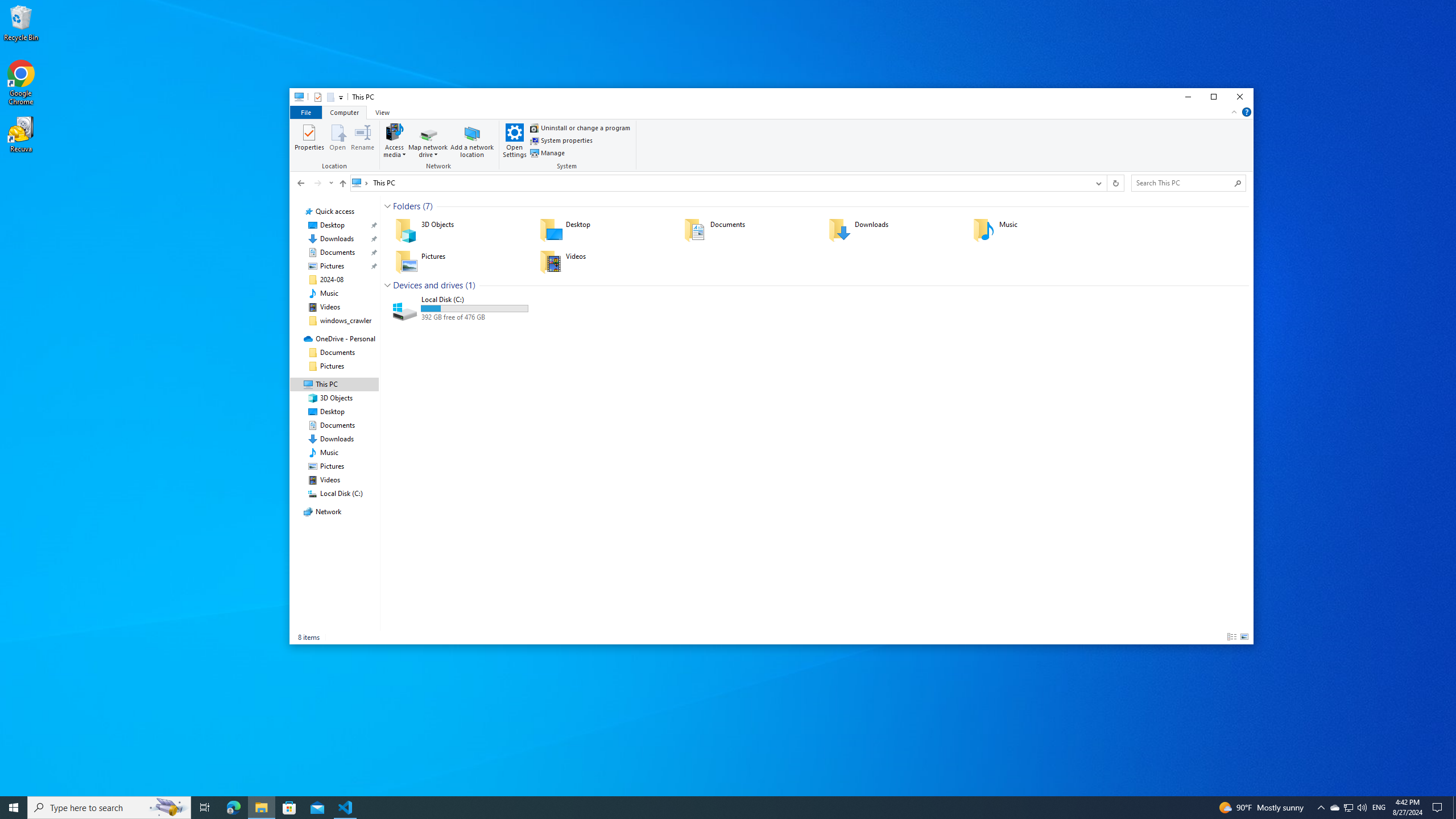  Describe the element at coordinates (892, 229) in the screenshot. I see `'Downloads'` at that location.